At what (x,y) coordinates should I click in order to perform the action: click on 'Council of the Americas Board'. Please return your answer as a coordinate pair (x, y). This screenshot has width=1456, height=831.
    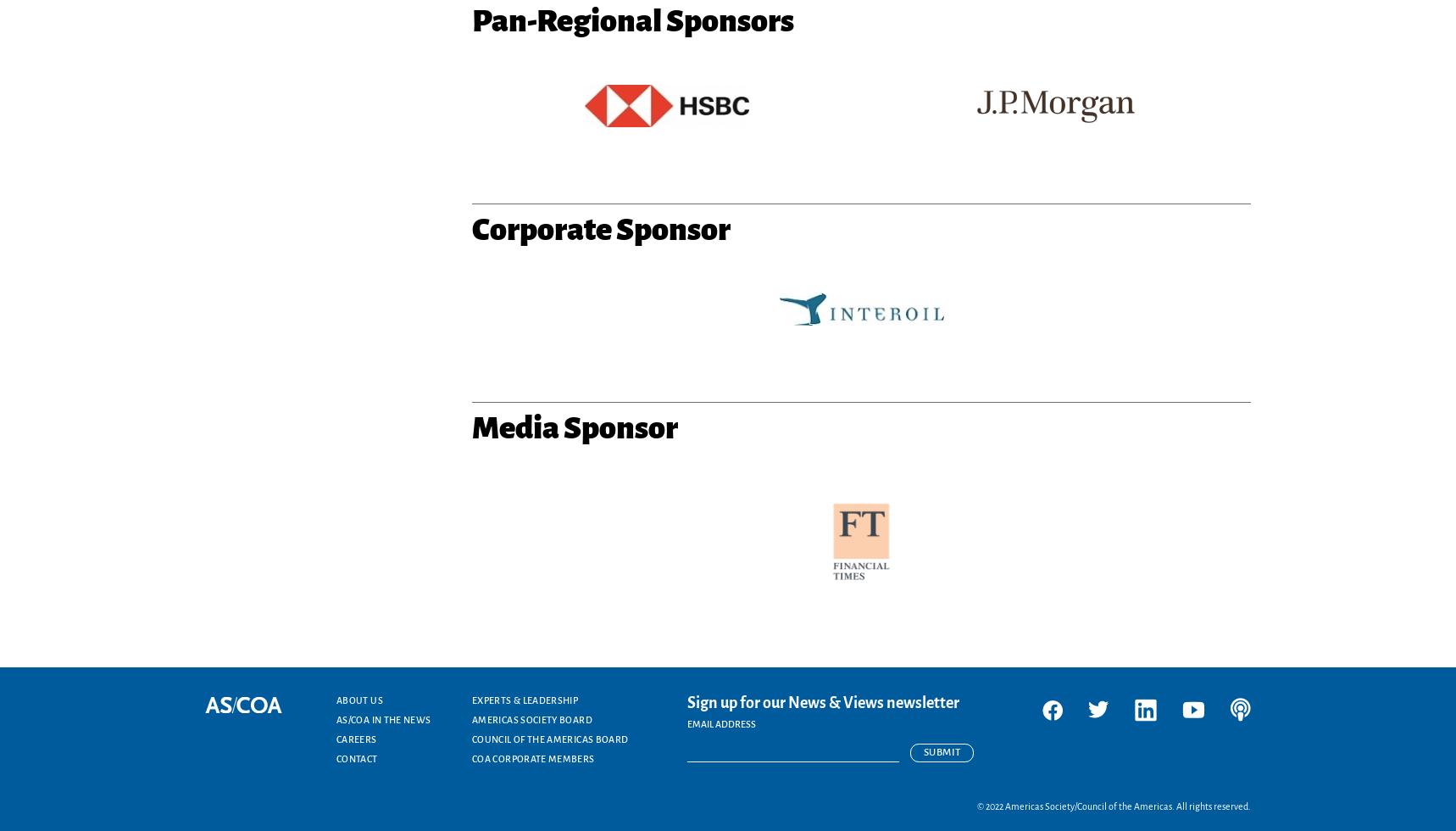
    Looking at the image, I should click on (550, 739).